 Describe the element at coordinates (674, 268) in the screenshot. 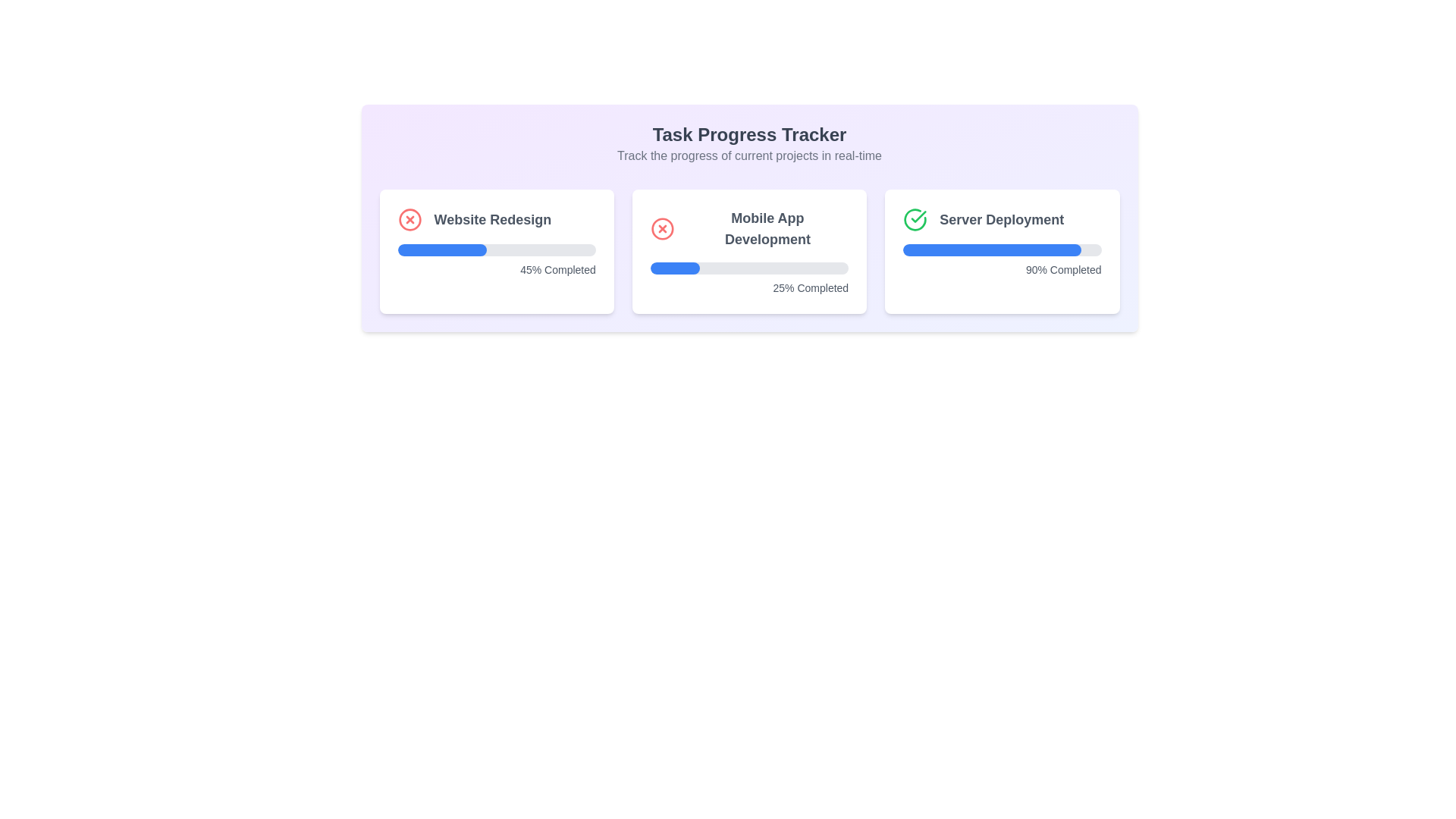

I see `the blue progress bar segment, which is 25% filled and located under the 'Mobile App Development' text` at that location.